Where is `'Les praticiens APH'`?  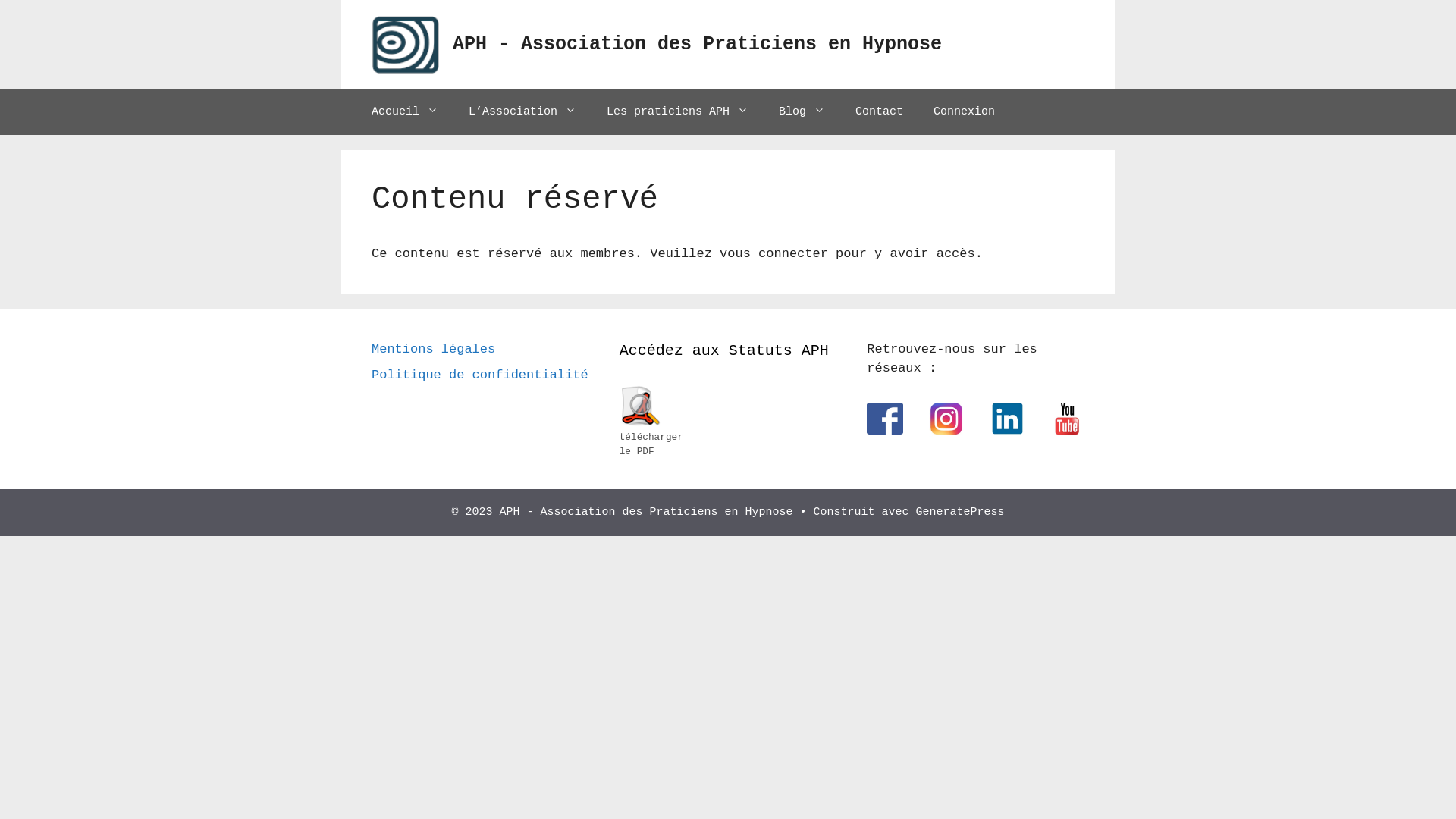
'Les praticiens APH' is located at coordinates (676, 111).